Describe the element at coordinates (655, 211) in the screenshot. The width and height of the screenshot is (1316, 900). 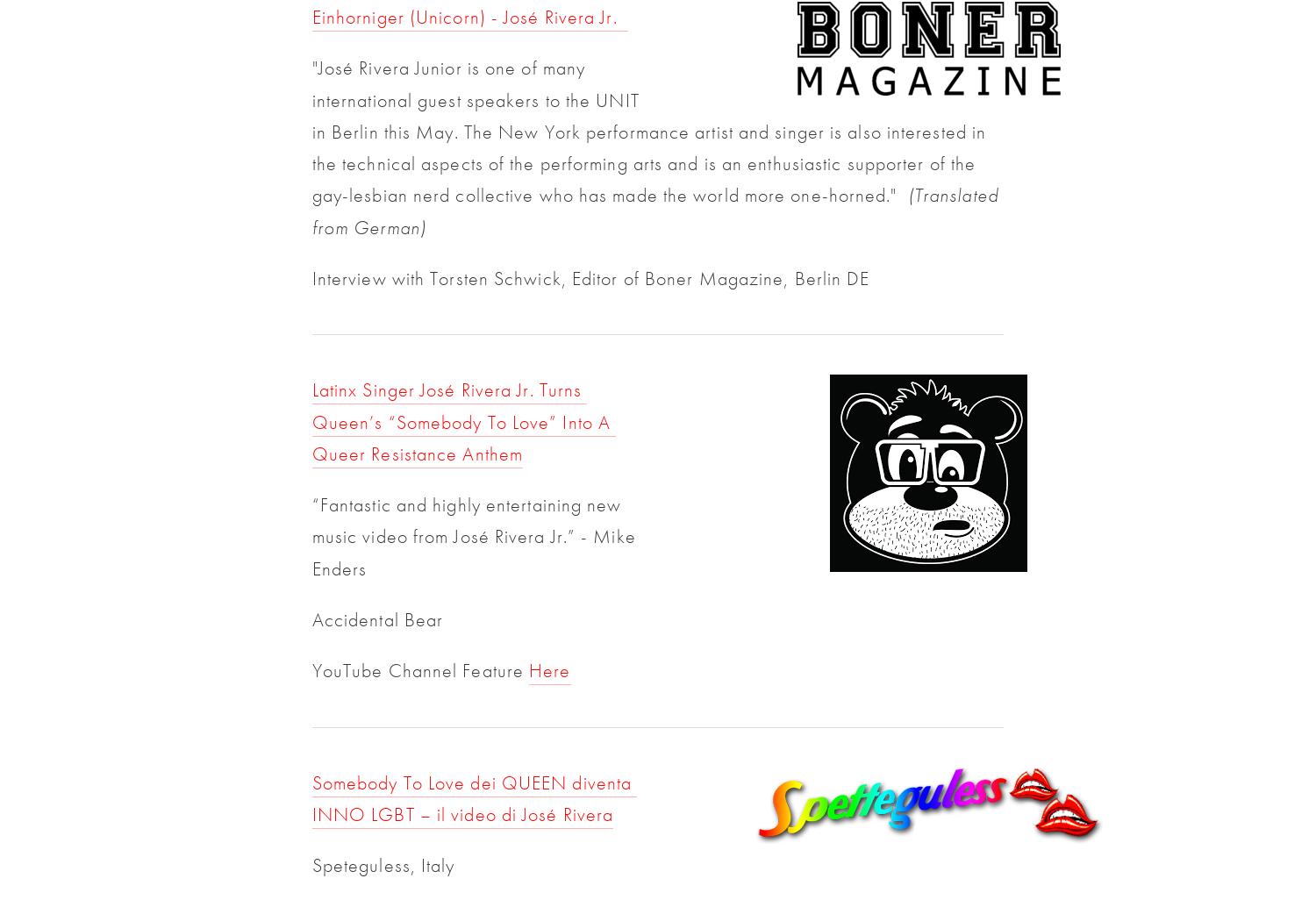
I see `'(Translated from German)'` at that location.